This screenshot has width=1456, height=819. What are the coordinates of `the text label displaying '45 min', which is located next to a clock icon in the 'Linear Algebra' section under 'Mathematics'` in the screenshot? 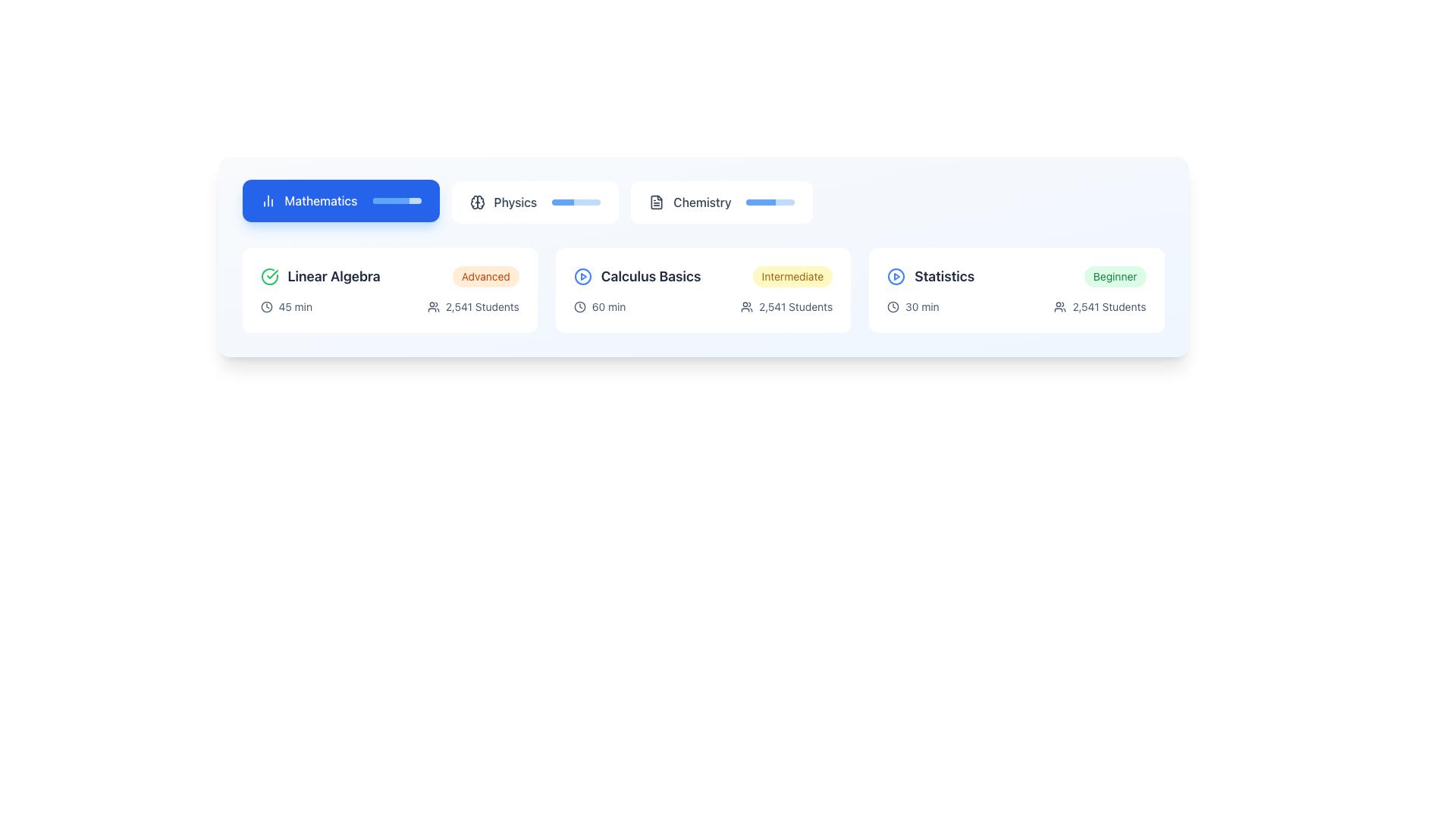 It's located at (295, 307).